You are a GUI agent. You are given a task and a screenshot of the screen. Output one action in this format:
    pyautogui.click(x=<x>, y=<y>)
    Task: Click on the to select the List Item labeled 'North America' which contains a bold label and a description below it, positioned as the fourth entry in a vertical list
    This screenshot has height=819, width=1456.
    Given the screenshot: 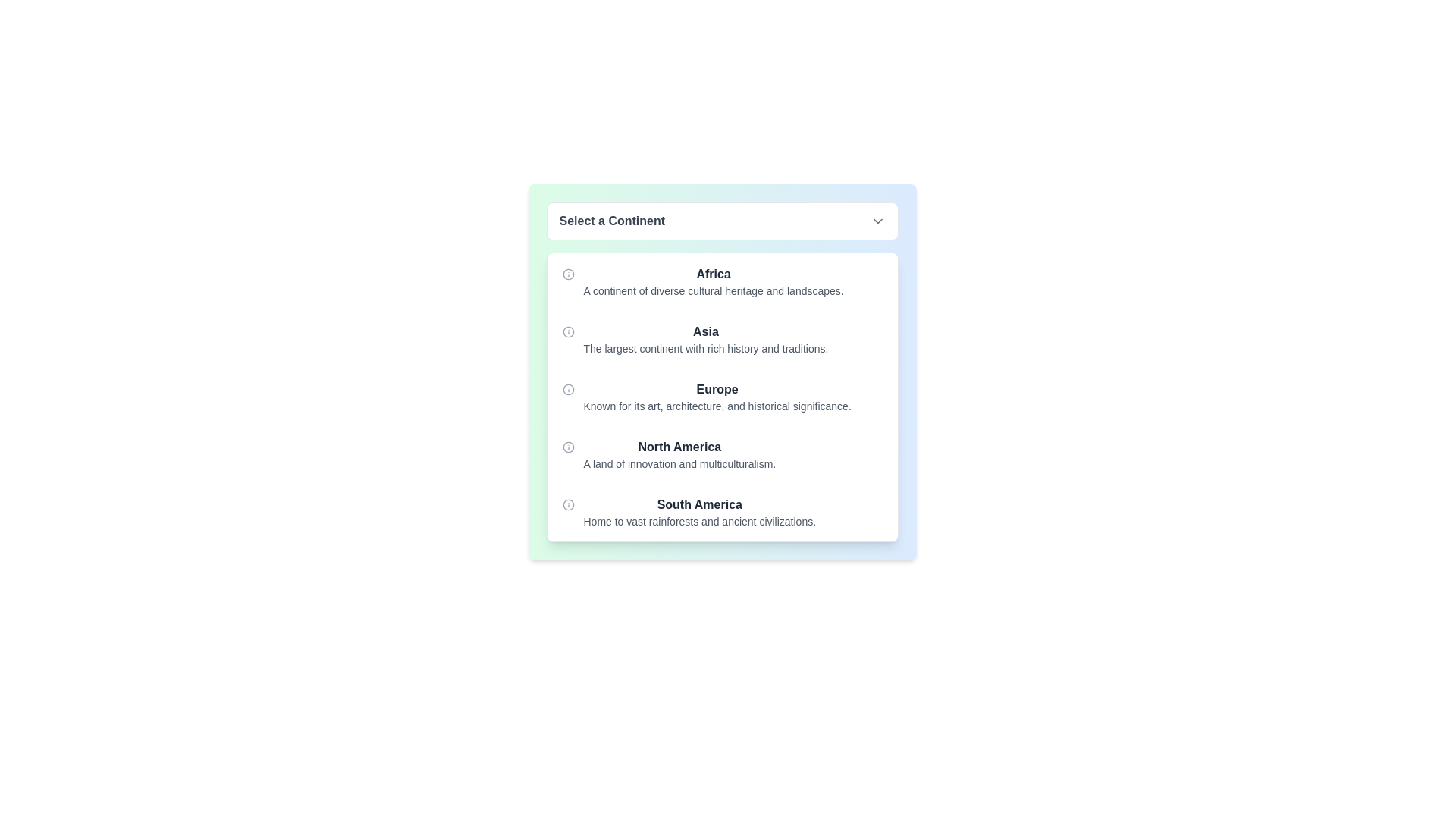 What is the action you would take?
    pyautogui.click(x=721, y=454)
    